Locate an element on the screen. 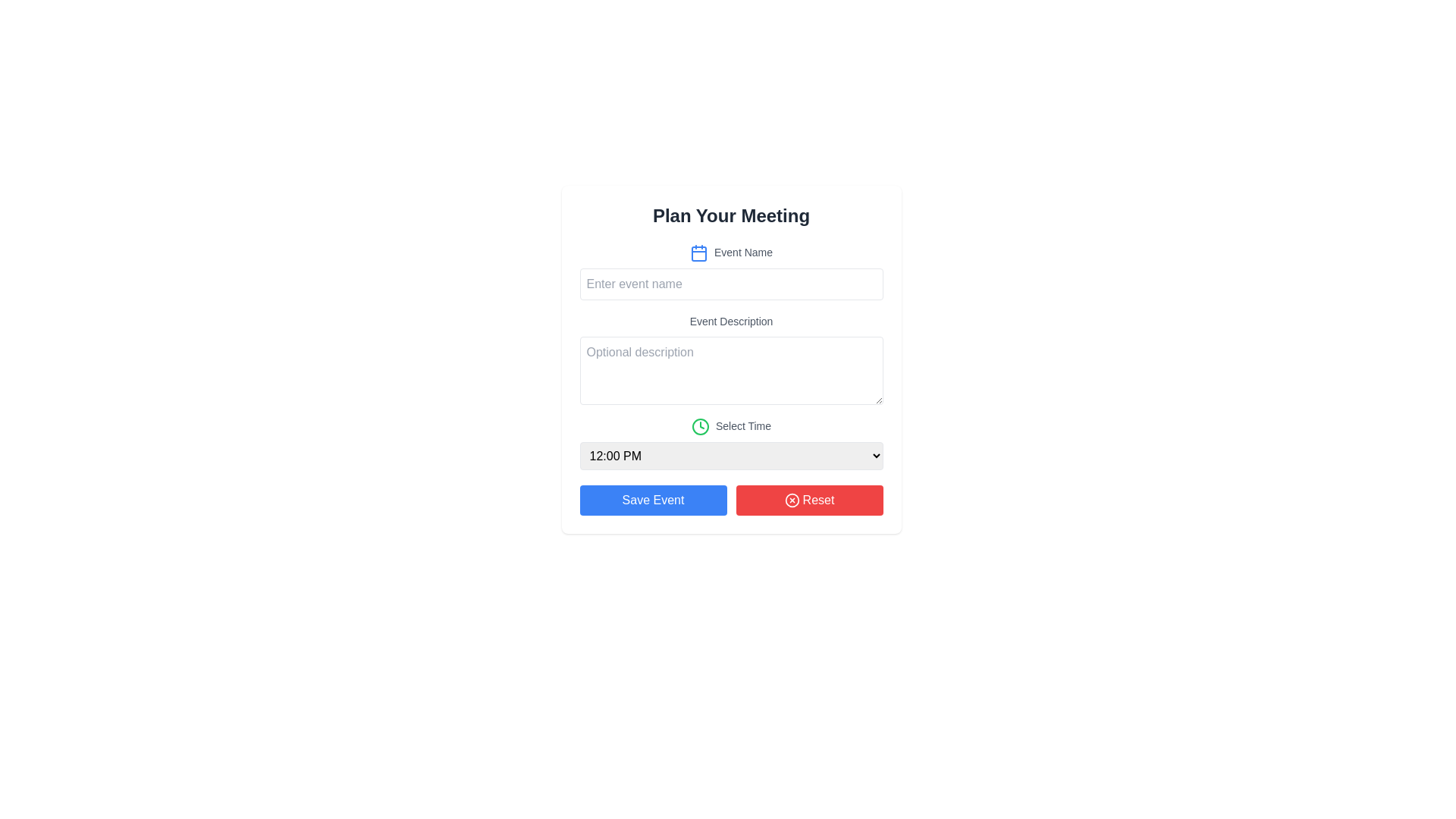 The image size is (1456, 819). the green circular outline SVG element that resembles a clock face, located next to the 'Select Time' label above the dropdown selector for time input is located at coordinates (699, 426).